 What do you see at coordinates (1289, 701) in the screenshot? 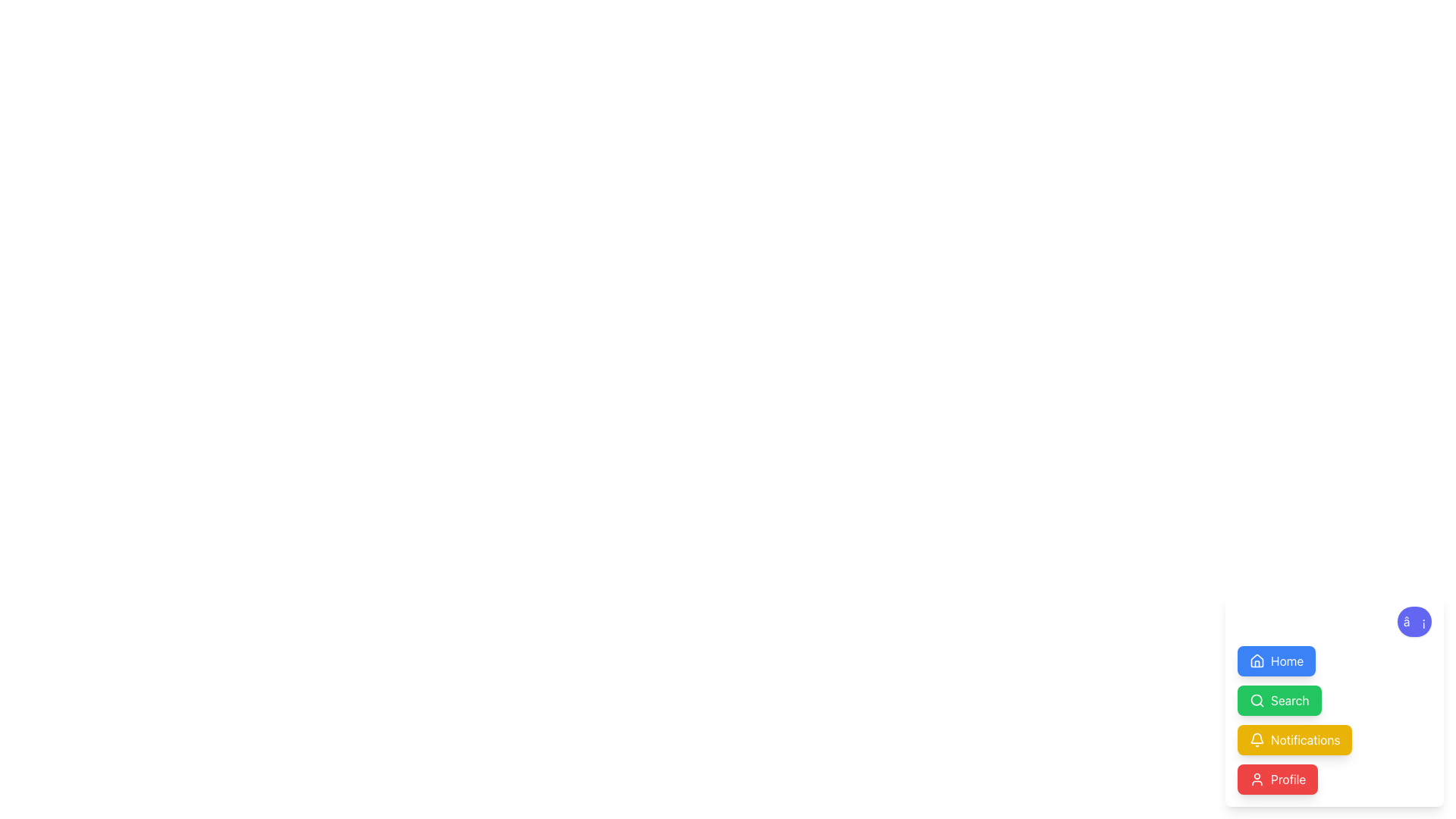
I see `the text label within the search button, which is the second button in the bottom-right corner of the interface` at bounding box center [1289, 701].